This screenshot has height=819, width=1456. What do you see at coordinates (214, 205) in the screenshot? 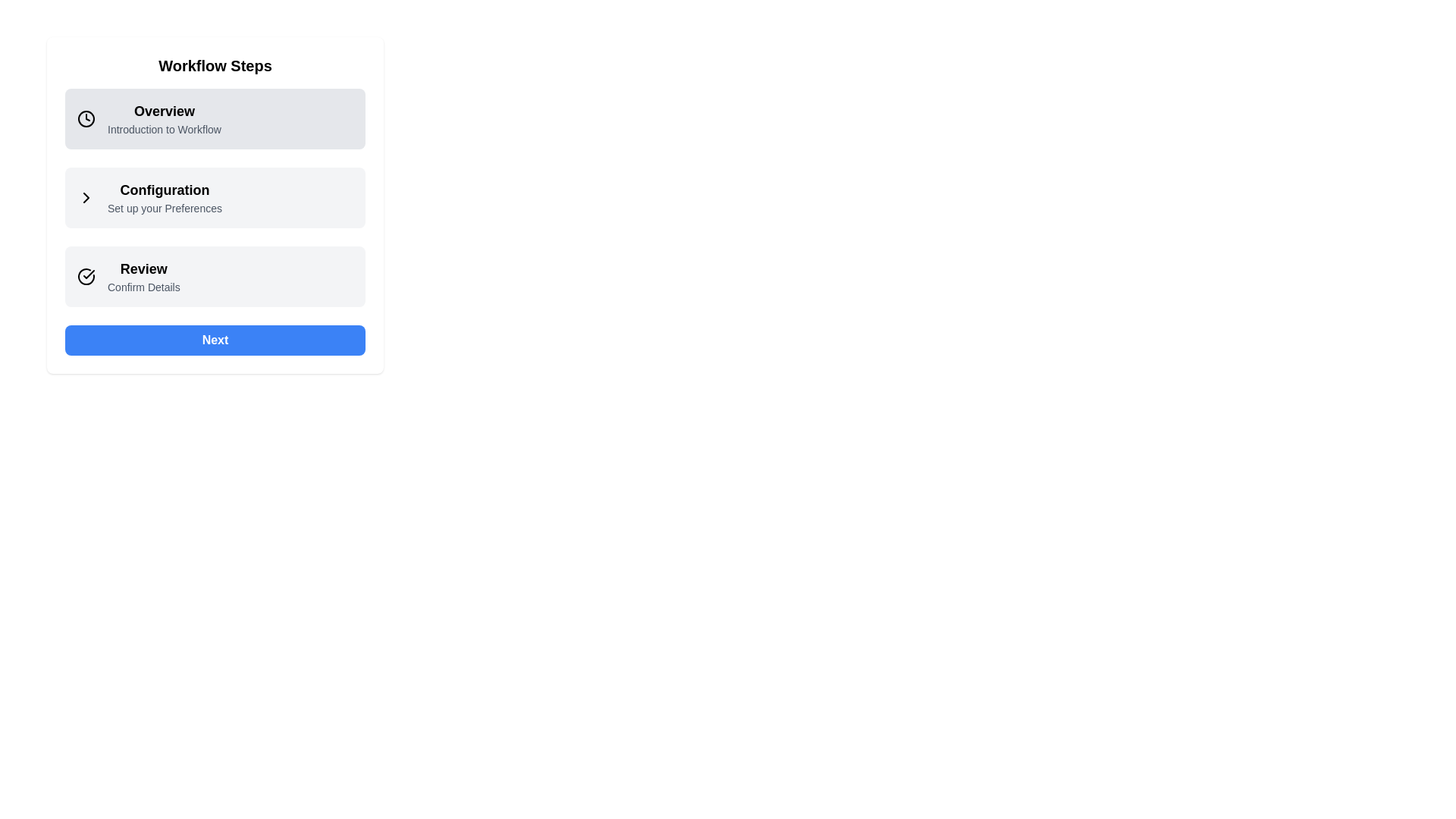
I see `the 'Overview', 'Configuration', and 'Review' steps in the 'Workflow Steps' panel for additional details` at bounding box center [214, 205].